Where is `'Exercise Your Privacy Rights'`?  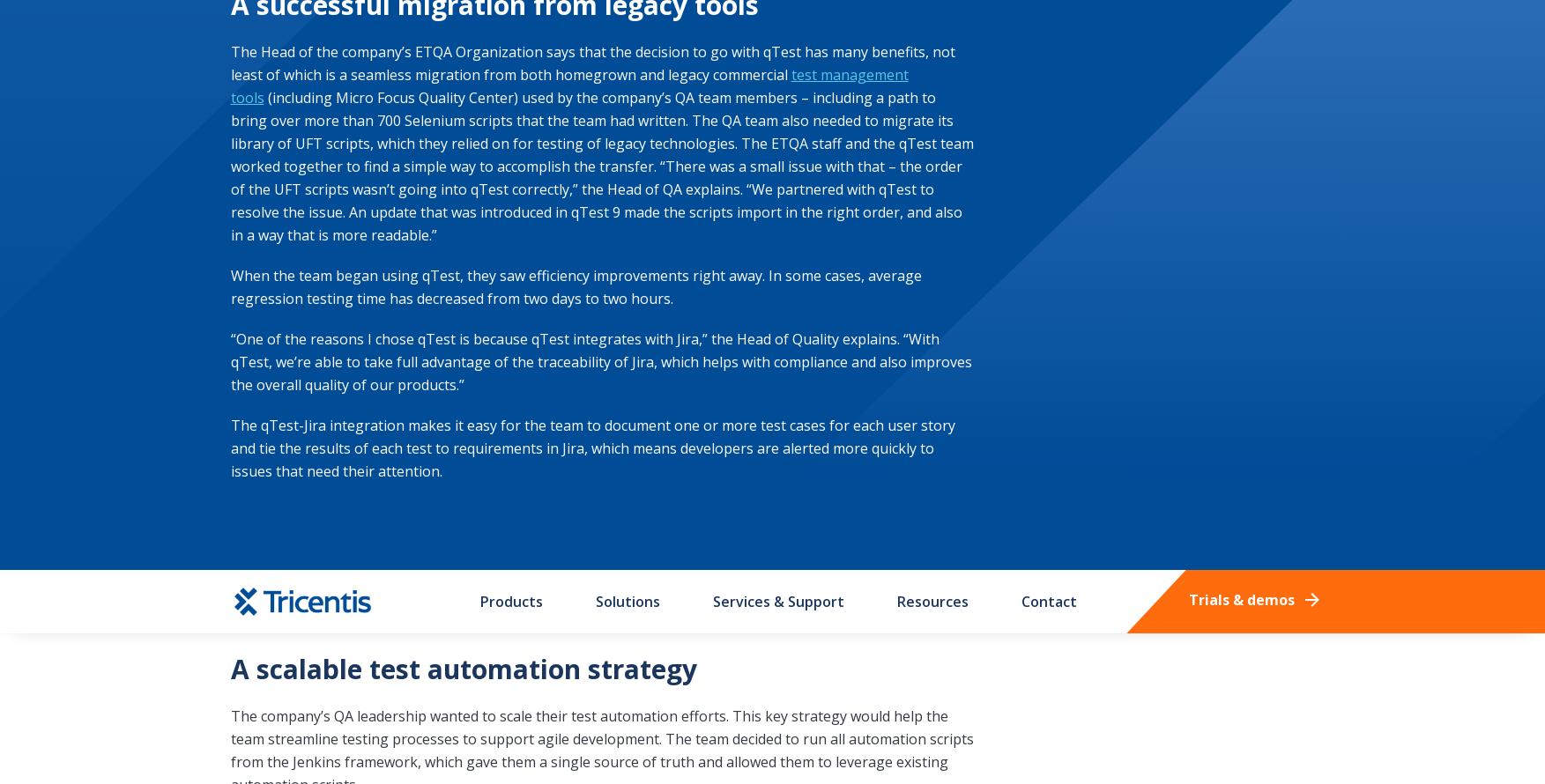 'Exercise Your Privacy Rights' is located at coordinates (747, 187).